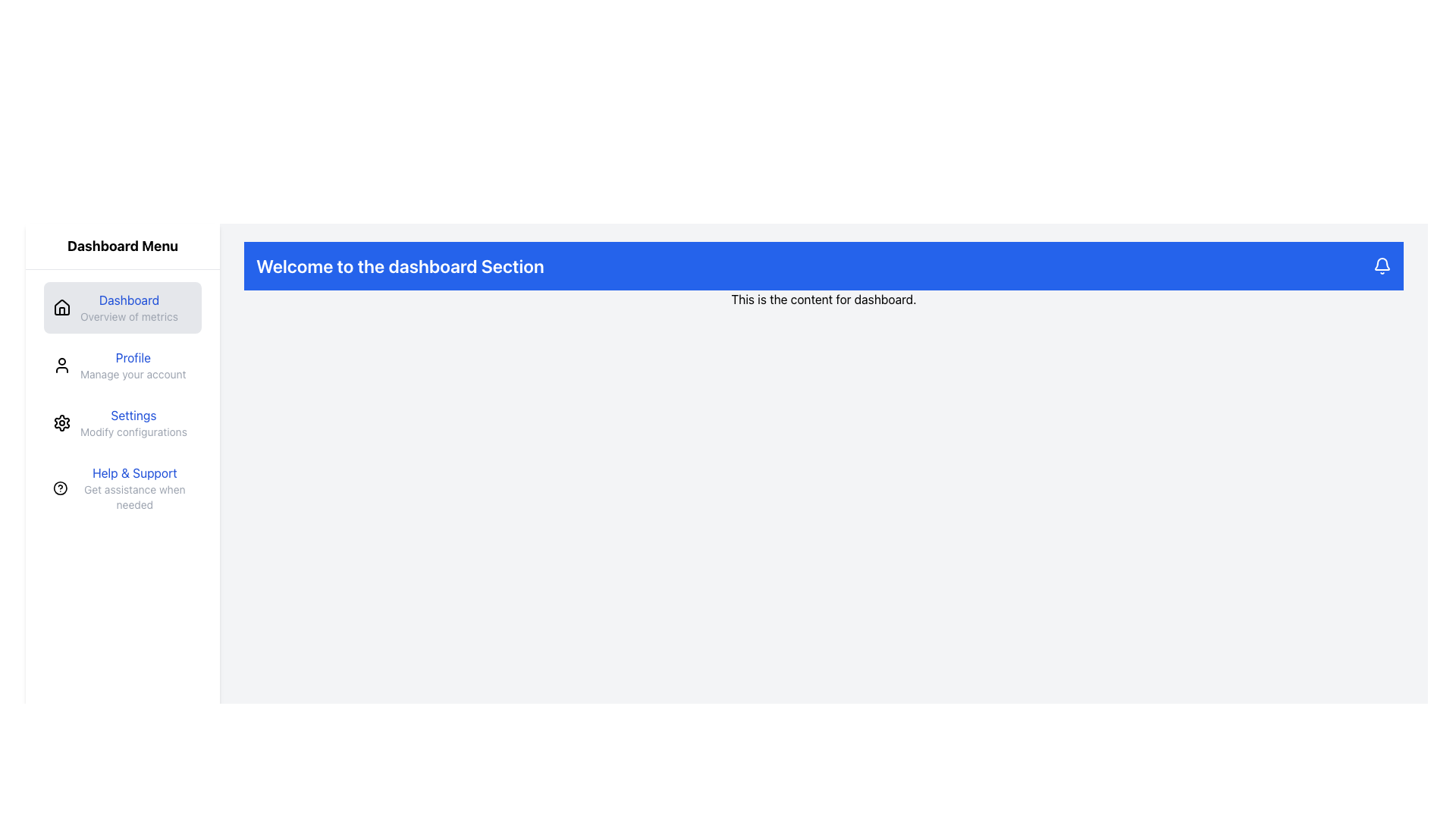 The height and width of the screenshot is (819, 1456). I want to click on the help and support icon located in the sidebar menu, positioned to the left of the text 'Help & Support', so click(60, 488).